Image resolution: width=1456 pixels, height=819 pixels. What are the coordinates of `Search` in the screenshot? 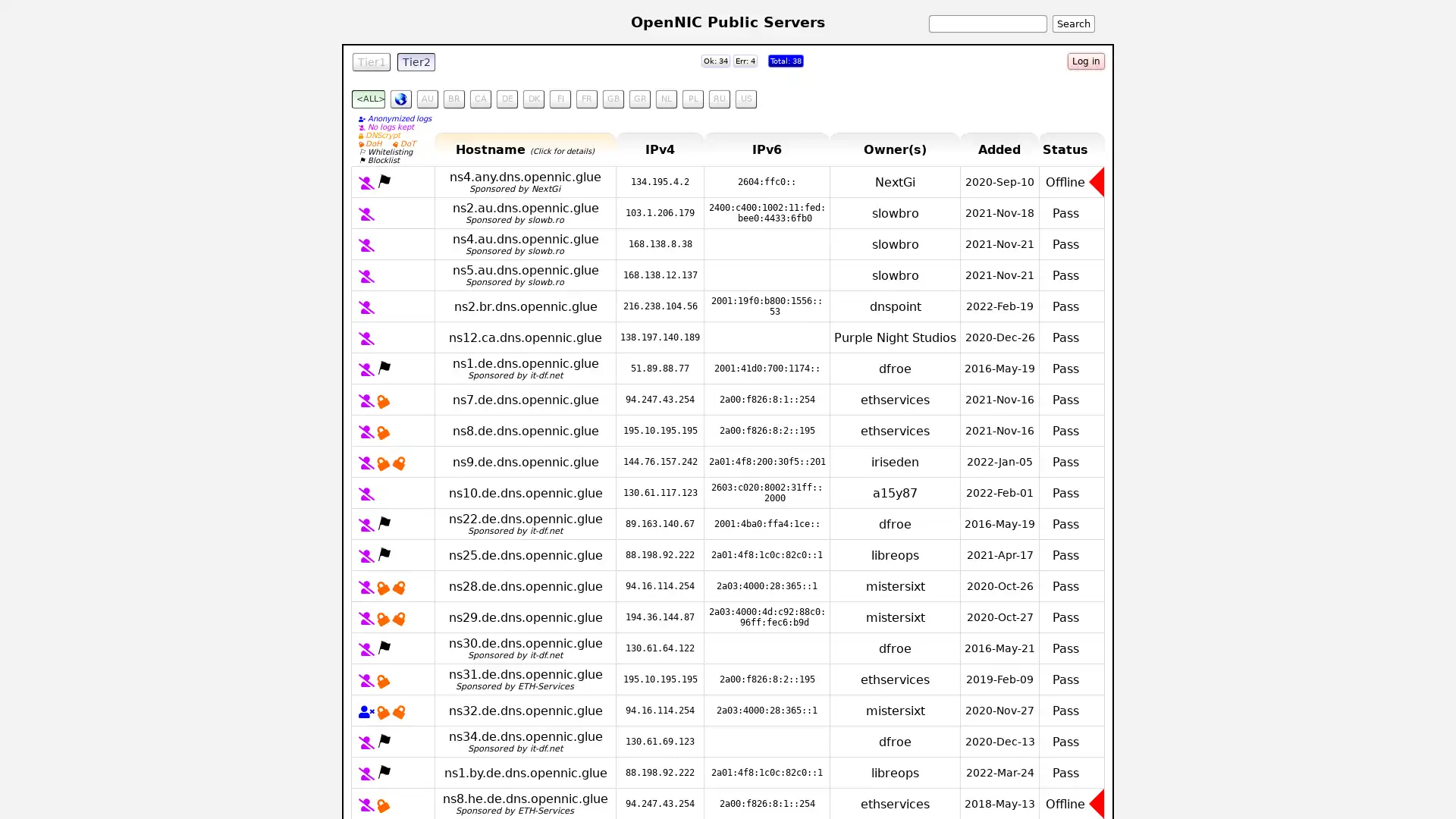 It's located at (1073, 23).